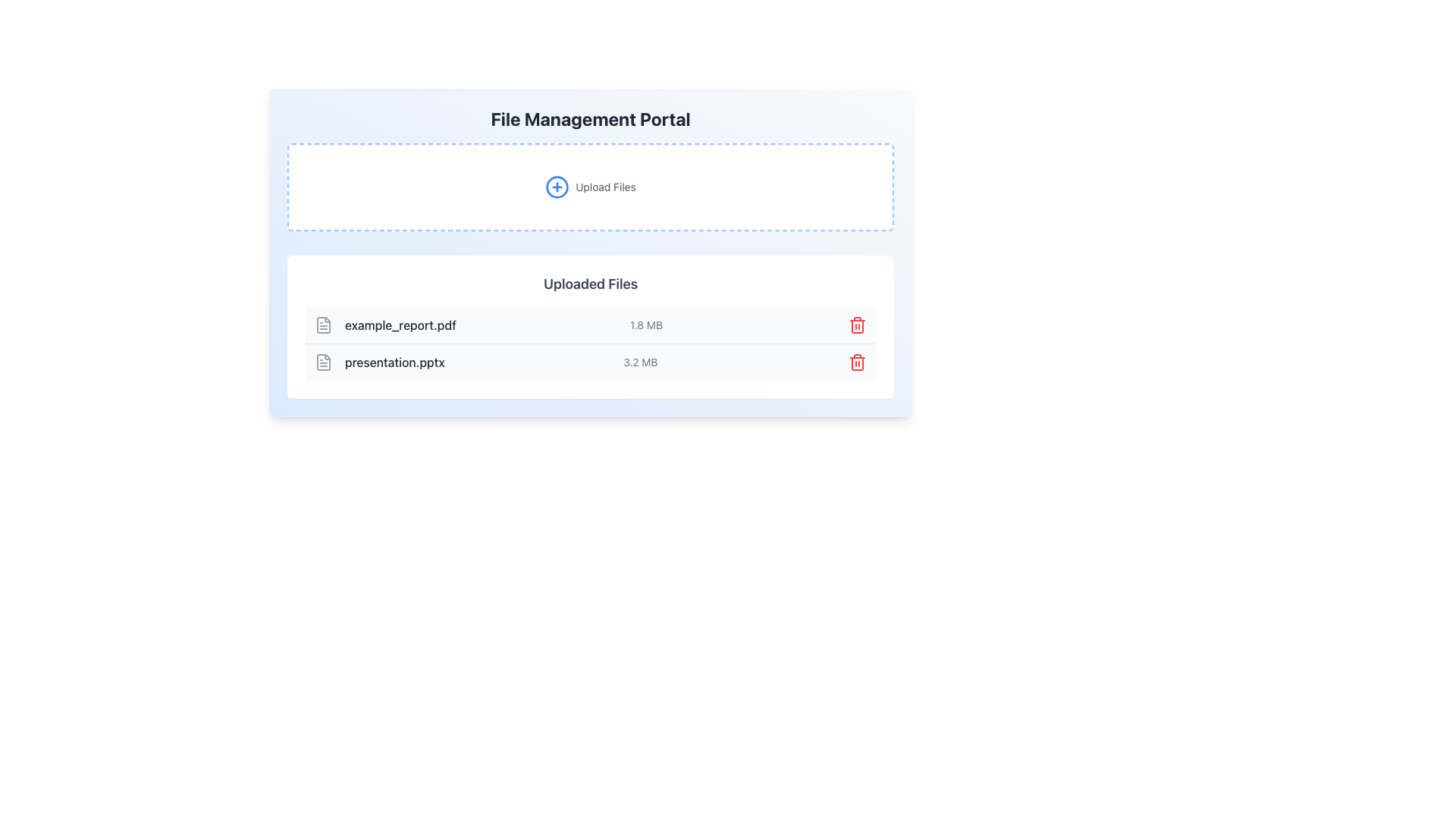 The height and width of the screenshot is (819, 1456). What do you see at coordinates (640, 362) in the screenshot?
I see `the text label displaying '3.2 MB' in gray color, which is aligned to the right of the file name 'presentation.pptx' in the bottom file row of the uploaded files table` at bounding box center [640, 362].